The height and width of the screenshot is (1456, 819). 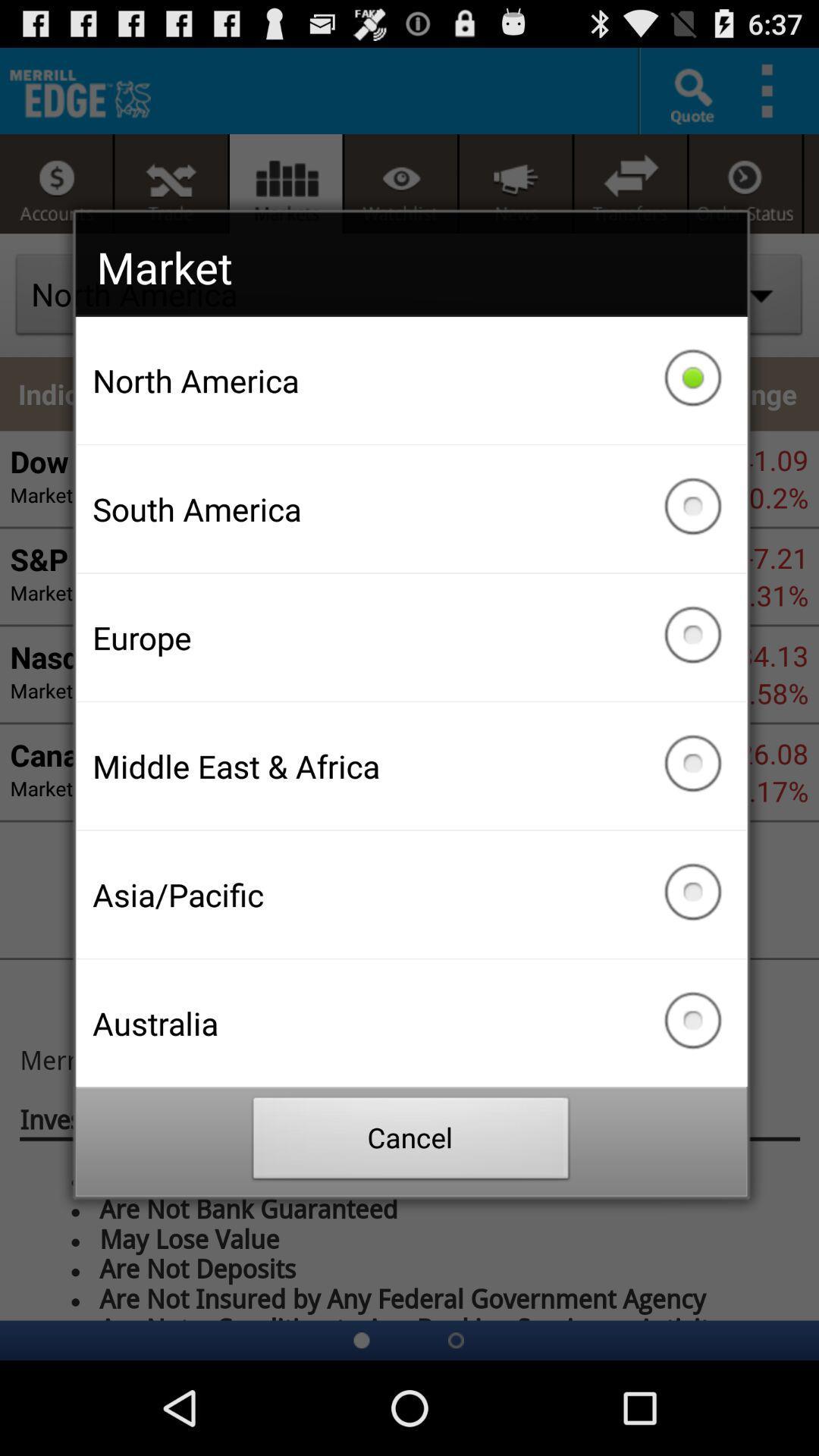 What do you see at coordinates (411, 1142) in the screenshot?
I see `the icon below australia` at bounding box center [411, 1142].